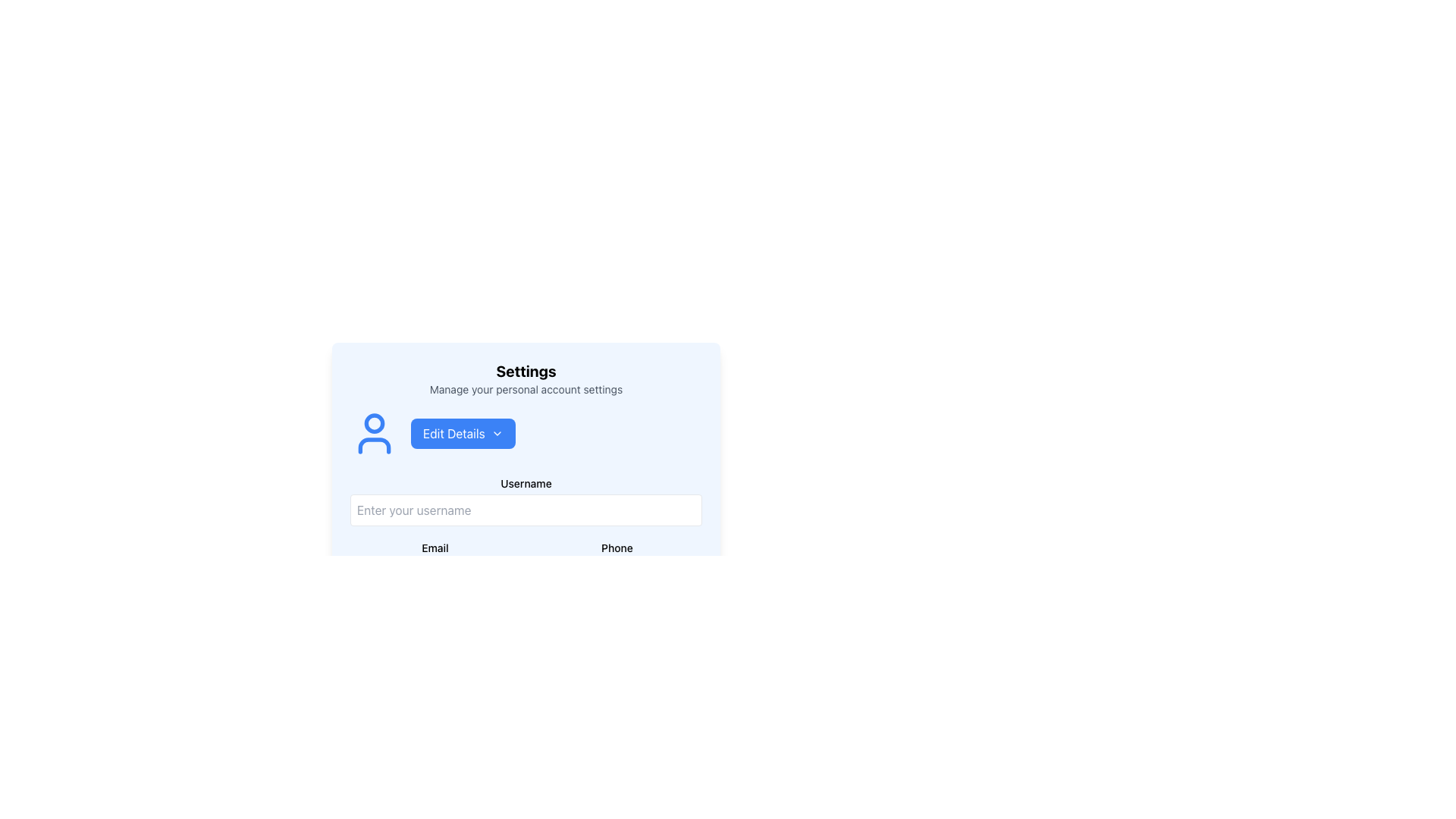 This screenshot has width=1456, height=819. What do you see at coordinates (526, 388) in the screenshot?
I see `the text element displaying 'Manage your personal account settings', which is located directly beneath the bold 'Settings' title text` at bounding box center [526, 388].